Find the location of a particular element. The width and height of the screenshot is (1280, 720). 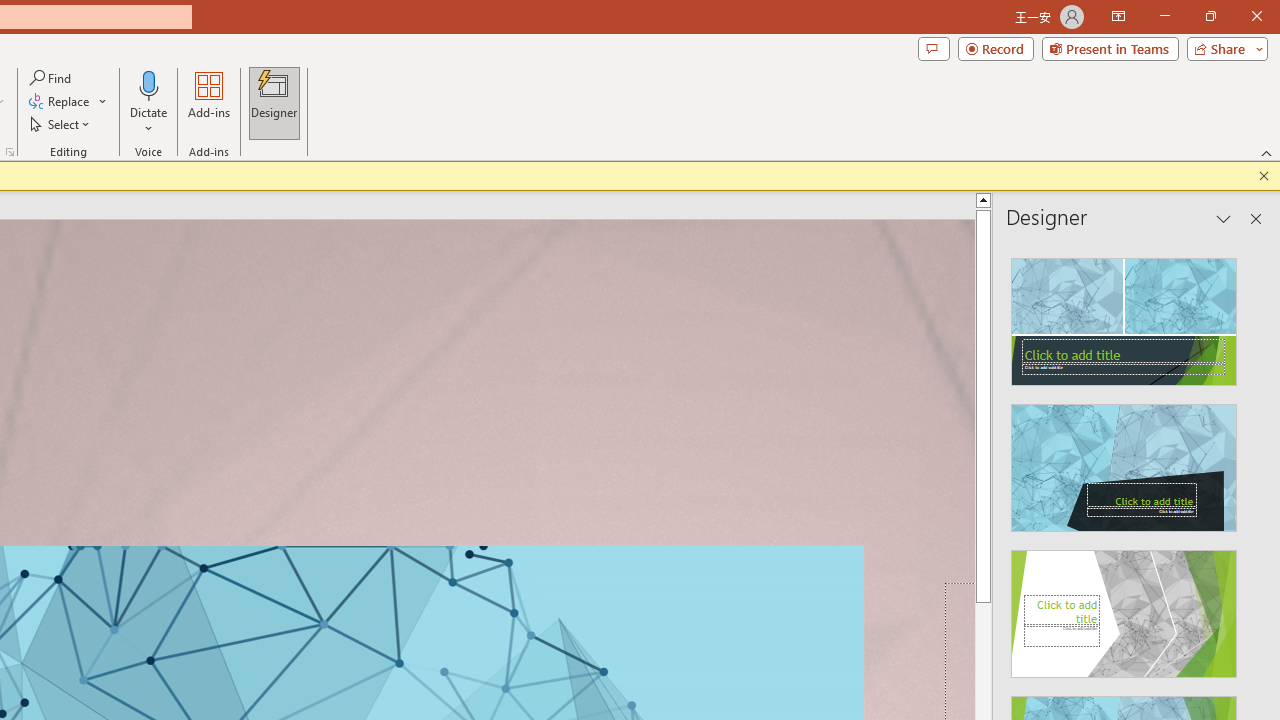

'Recommended Design: Design Idea' is located at coordinates (1124, 315).